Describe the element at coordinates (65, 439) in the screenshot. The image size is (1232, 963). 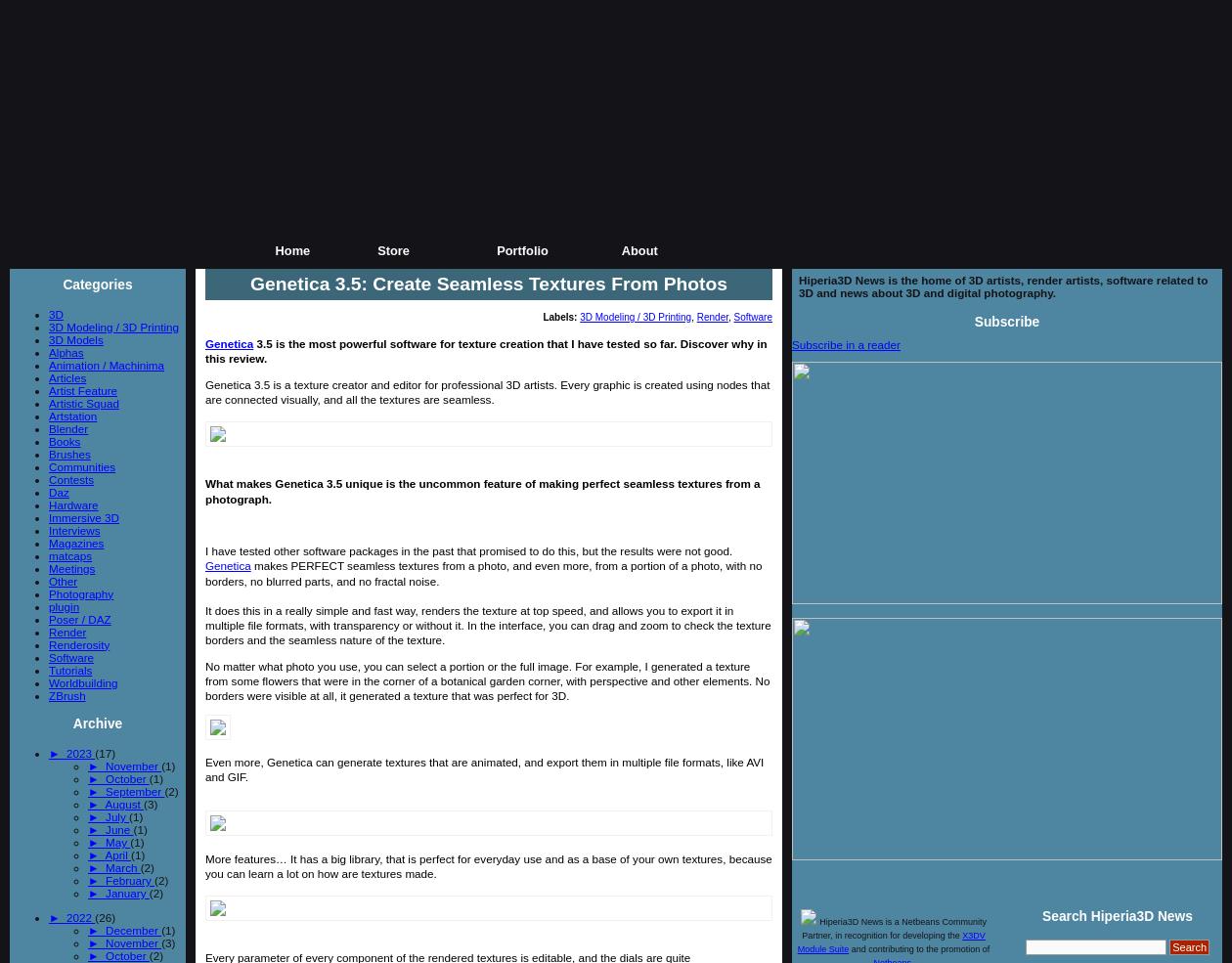
I see `'Books'` at that location.